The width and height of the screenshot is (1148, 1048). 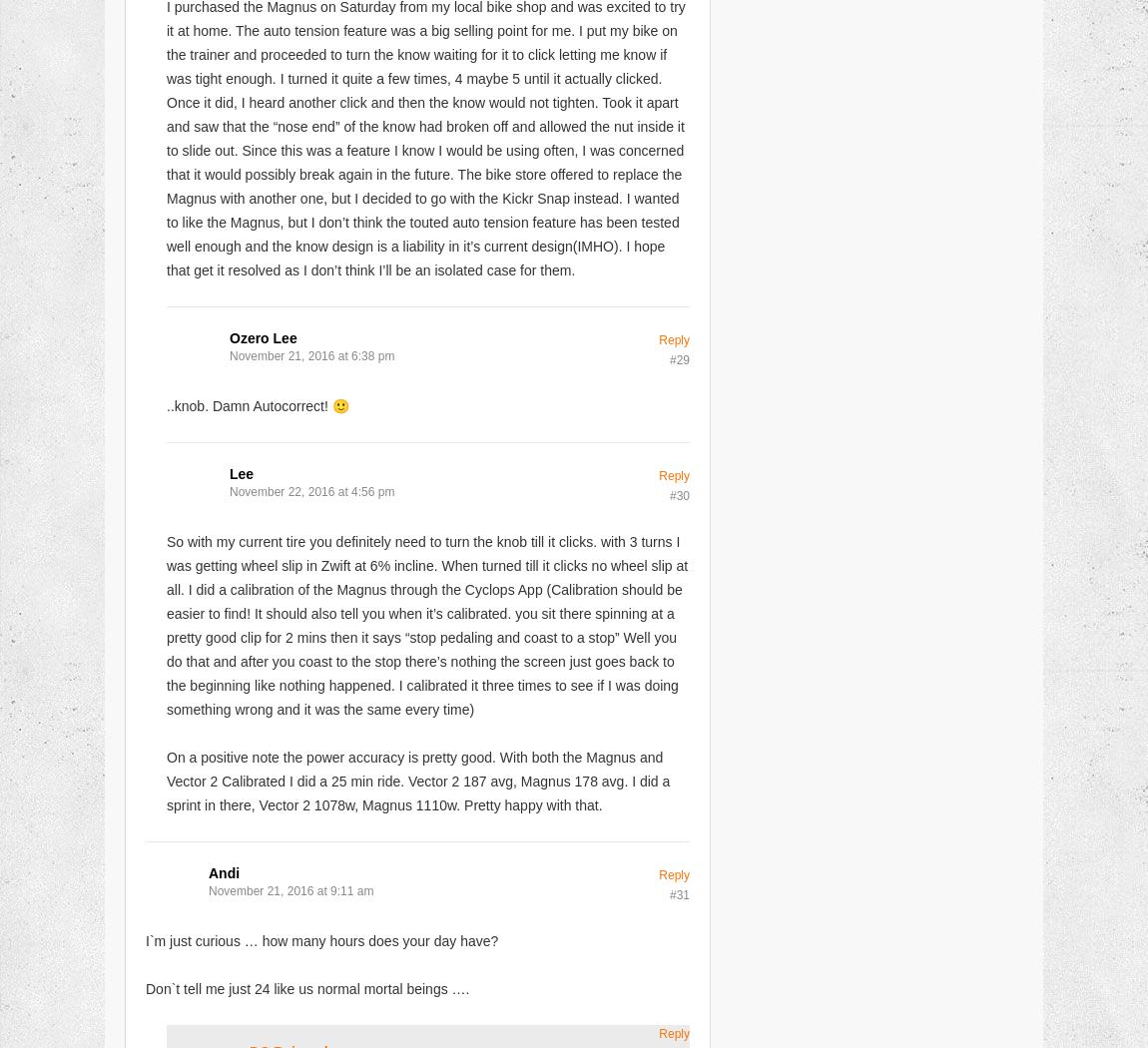 What do you see at coordinates (427, 625) in the screenshot?
I see `'So with my current tire you definitely need to turn the knob till it clicks. with 3 turns I was getting wheel slip in Zwift at 6% incline. When turned till it clicks no wheel slip at all. I did a calibration of the Magnus through the Cyclops App (Calibration should be easier to find! It should also tell you when it’s calibrated. you sit there spinning at a pretty good clip for 2 mins then it says “stop pedaling and coast to a stop” Well you do that and after you coast to the stop there’s nothing the screen just goes back to the beginning like nothing happened. I calibrated it three times to see if I was doing something wrong and it was the same every time)'` at bounding box center [427, 625].